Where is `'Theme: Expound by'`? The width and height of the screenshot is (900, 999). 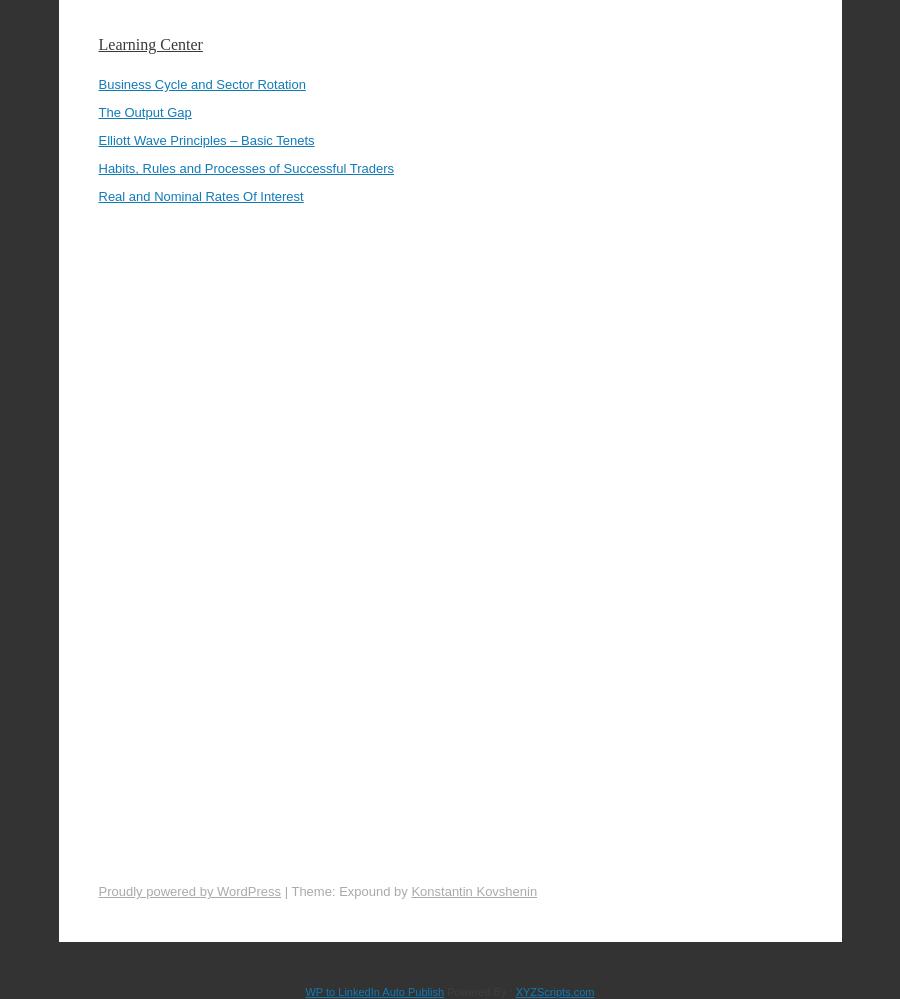
'Theme: Expound by' is located at coordinates (351, 835).